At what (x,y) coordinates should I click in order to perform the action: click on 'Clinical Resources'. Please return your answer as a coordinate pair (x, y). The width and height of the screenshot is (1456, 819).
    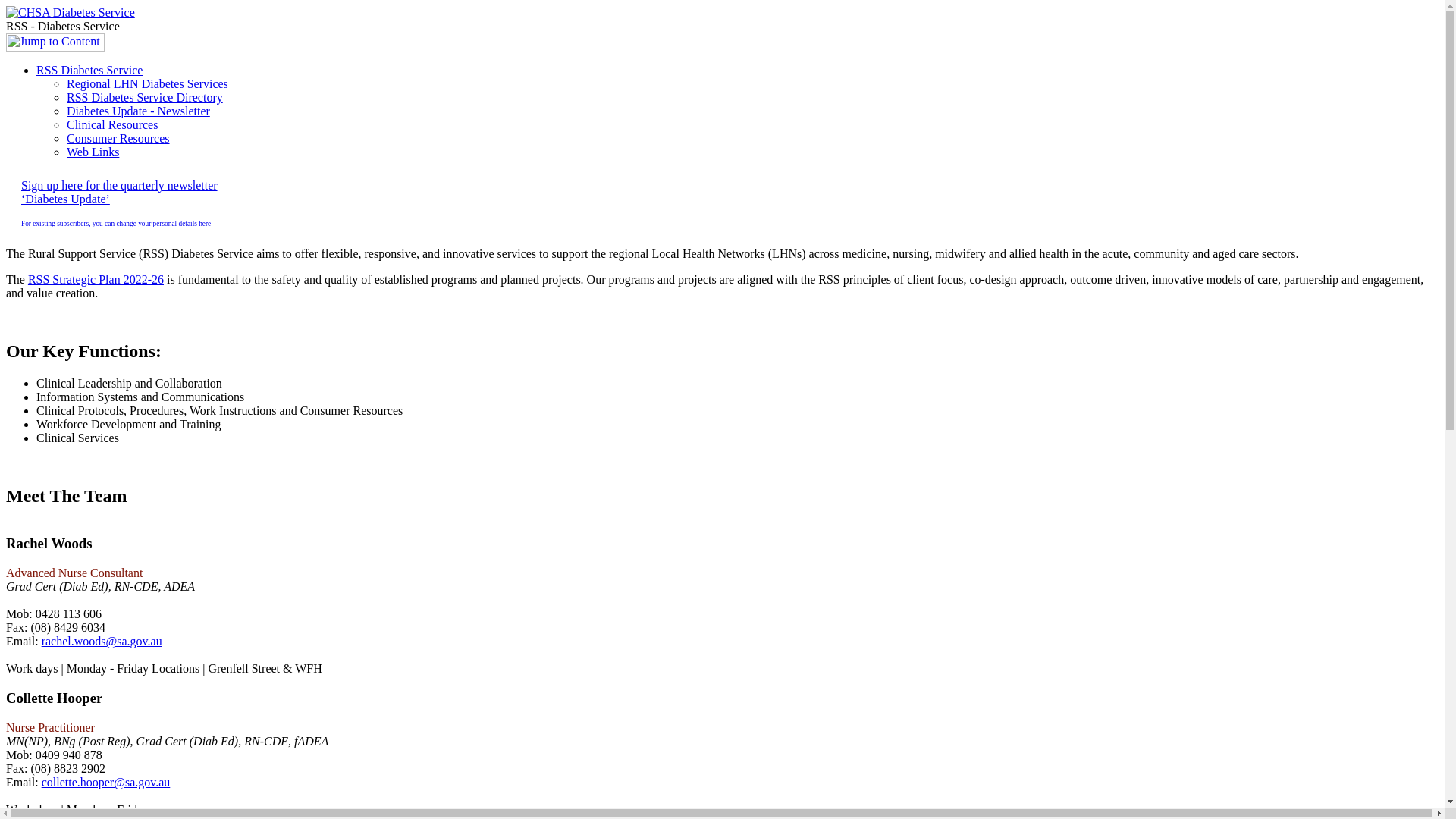
    Looking at the image, I should click on (111, 124).